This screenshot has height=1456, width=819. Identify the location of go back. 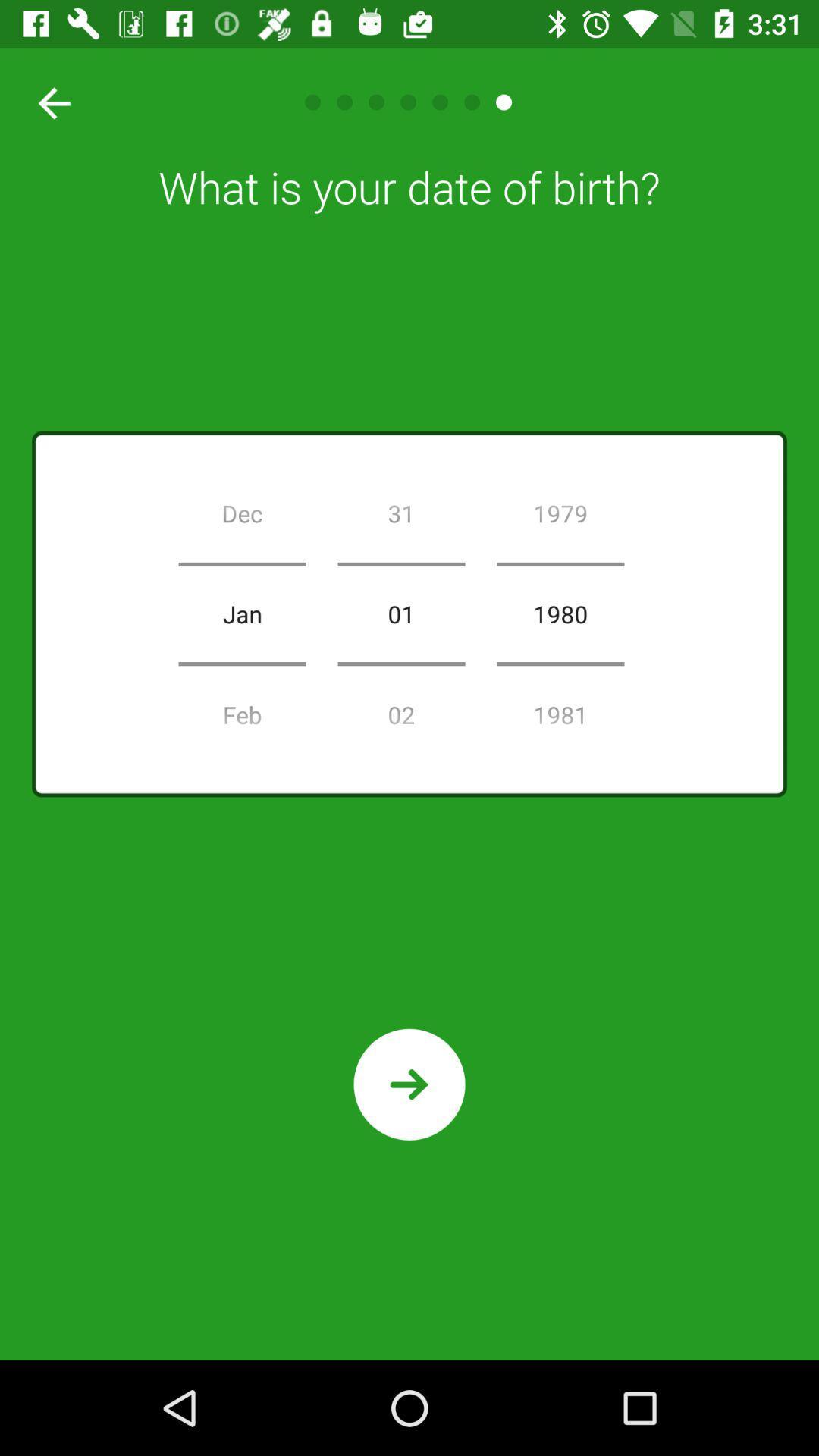
(48, 102).